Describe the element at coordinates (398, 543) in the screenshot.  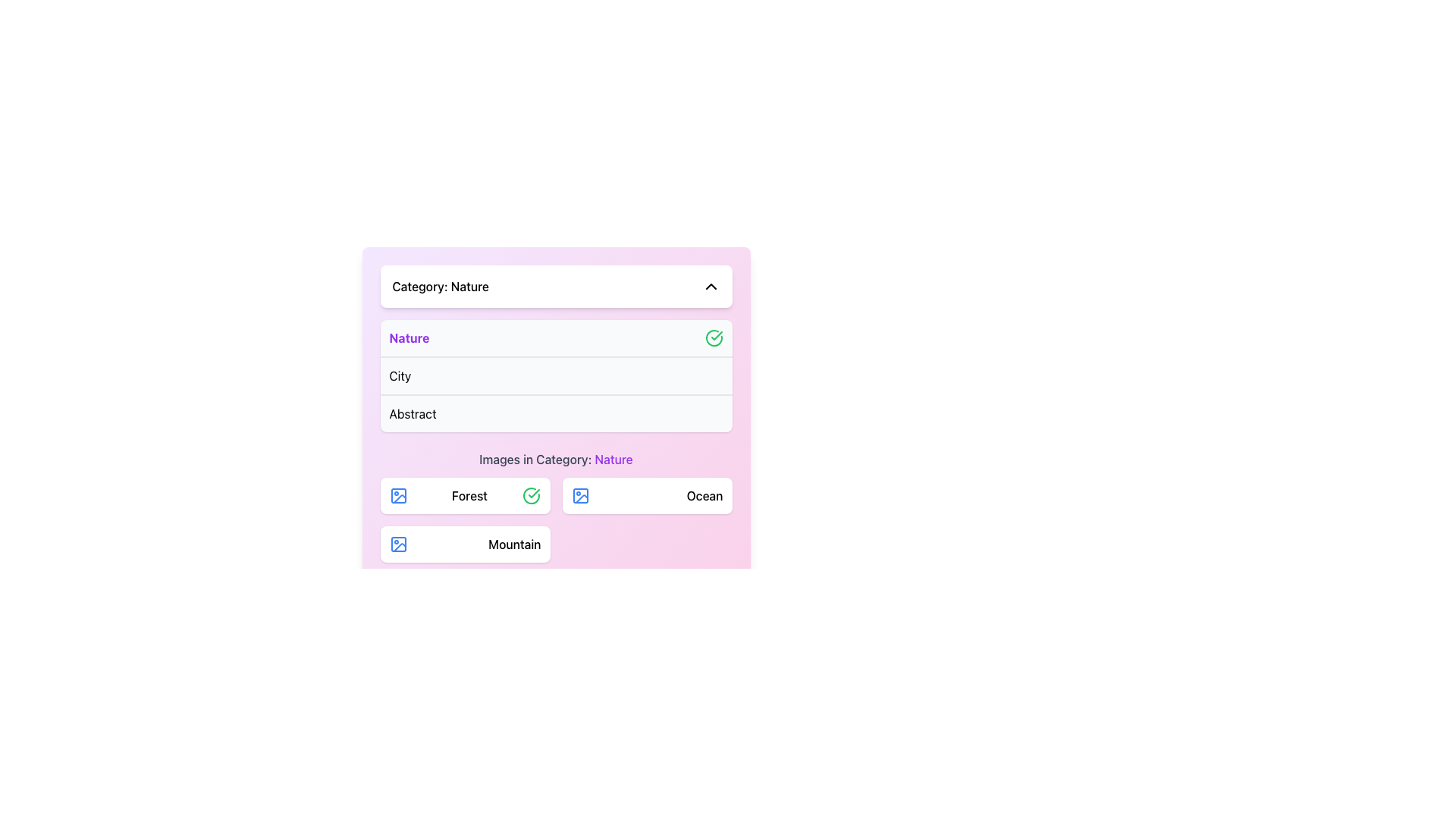
I see `the decorative graphical element which is a small blue rectangle with rounded corners, located at the center of the blue icon labeled 'Mountain' in the last row of category icons` at that location.